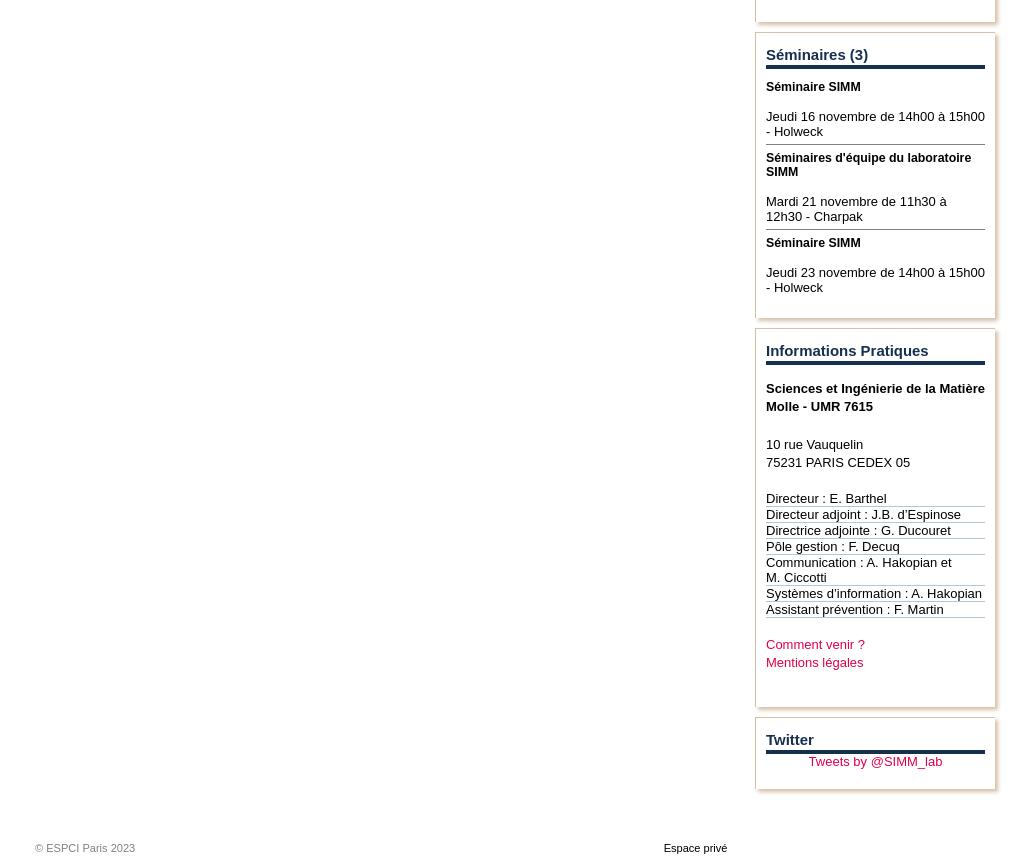  Describe the element at coordinates (764, 661) in the screenshot. I see `'Mentions légales'` at that location.